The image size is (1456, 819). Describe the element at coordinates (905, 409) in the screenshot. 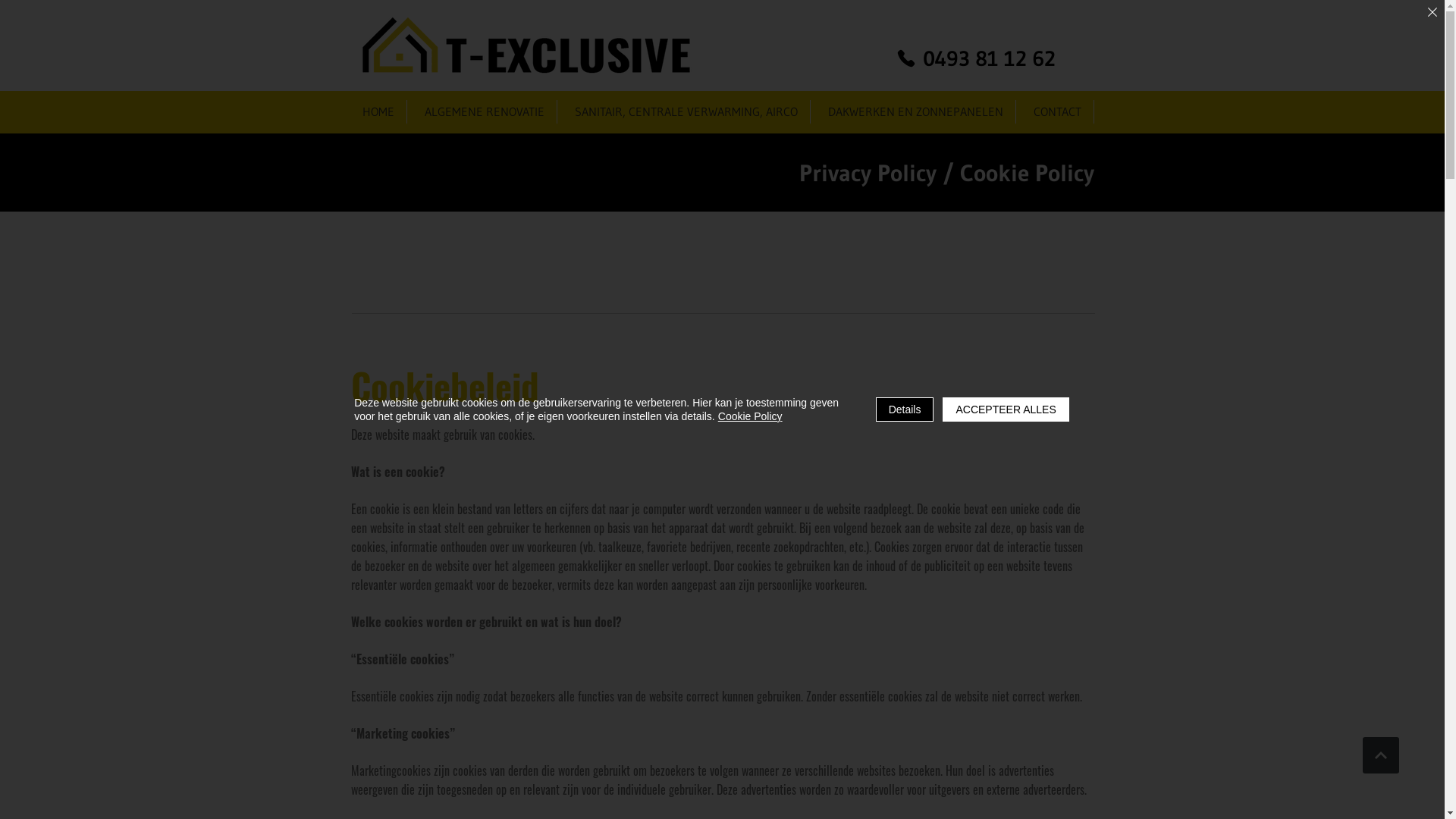

I see `'Details'` at that location.